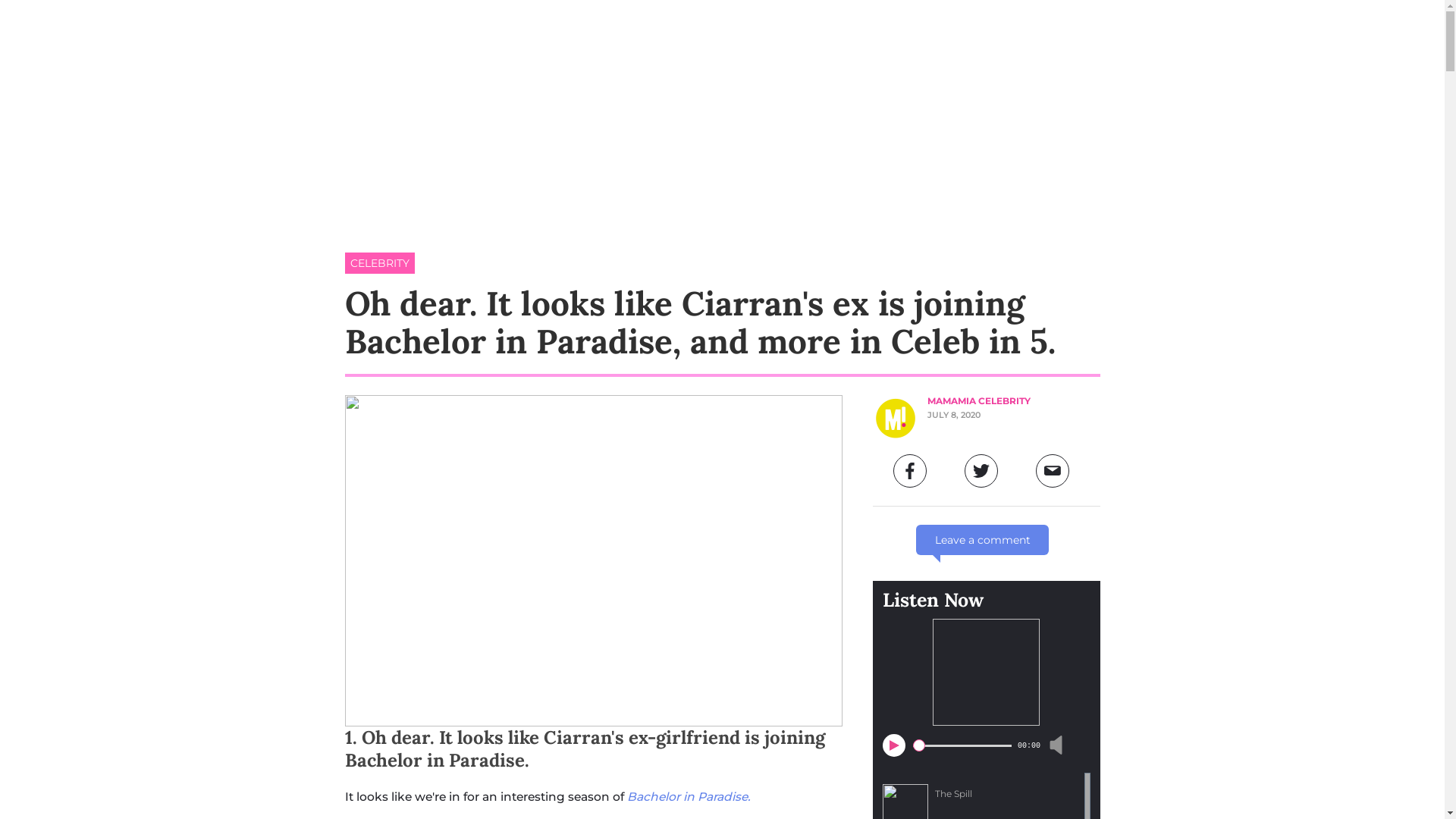 This screenshot has width=1456, height=819. Describe the element at coordinates (689, 795) in the screenshot. I see `'Bachelor in Paradise. '` at that location.